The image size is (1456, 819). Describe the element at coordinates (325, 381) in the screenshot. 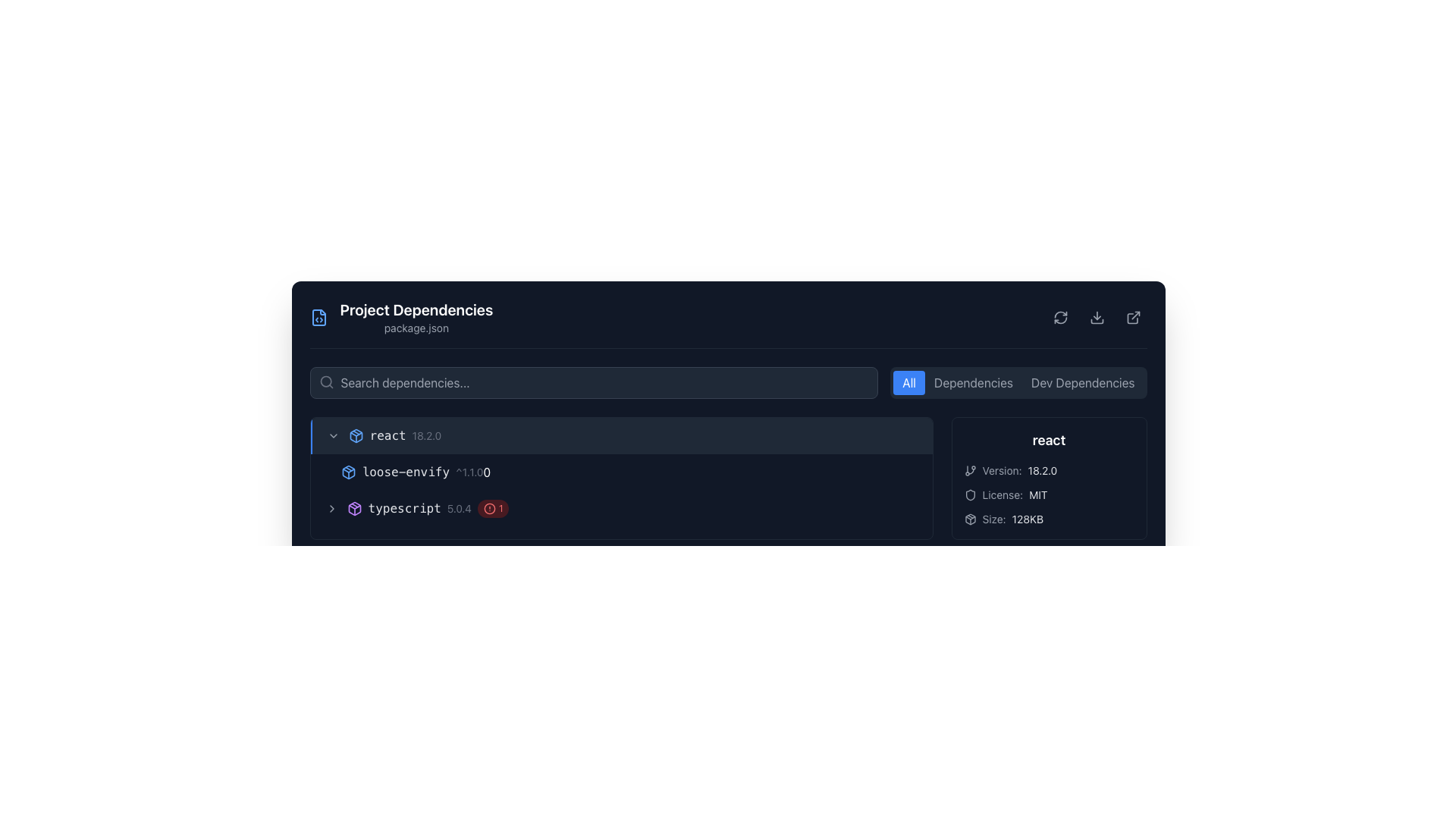

I see `the magnifying glass icon representing the search function, located to the left of the placeholder text 'Search dependencies...'` at that location.